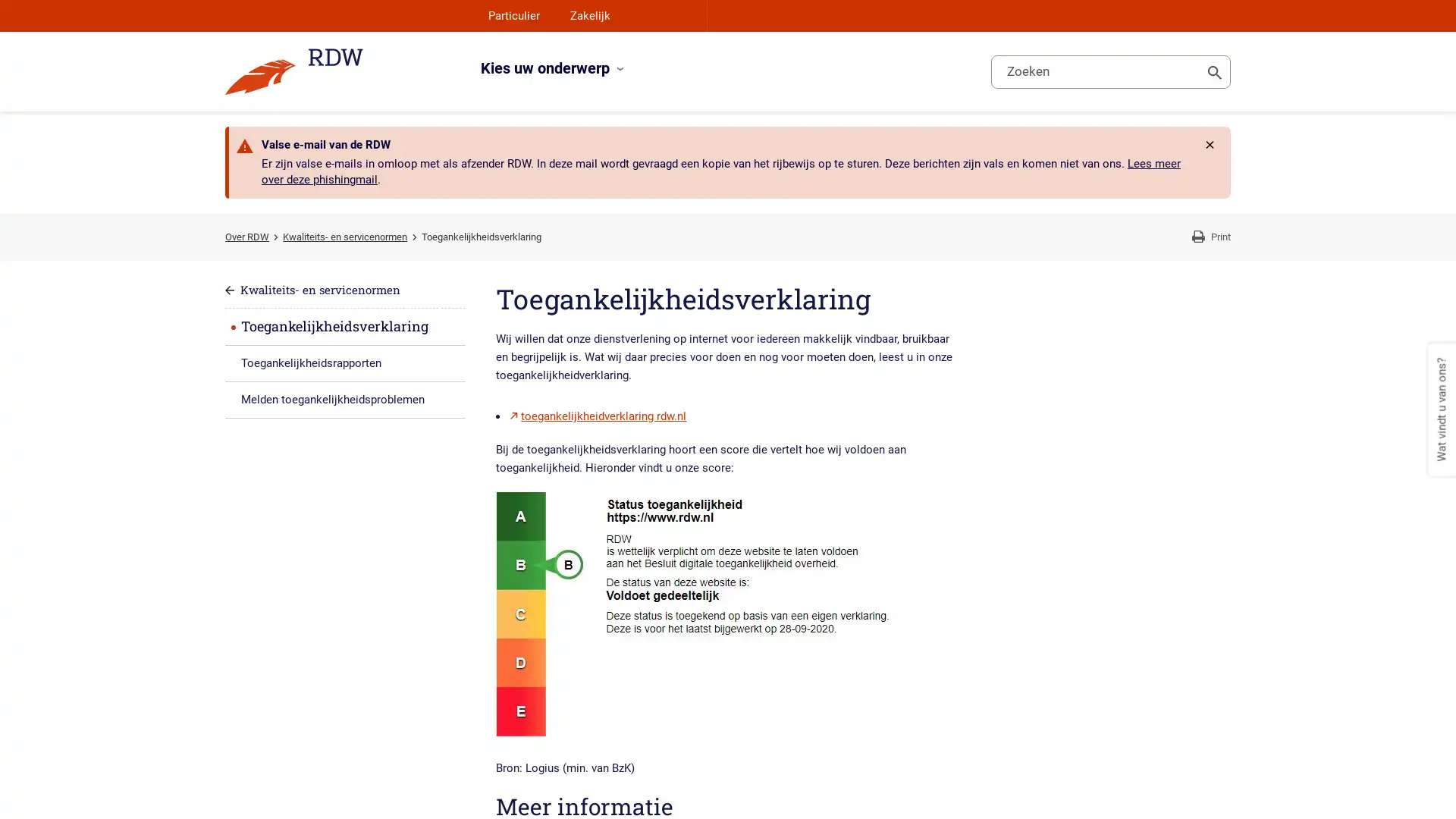  Describe the element at coordinates (1214, 72) in the screenshot. I see `Toon zoeken` at that location.